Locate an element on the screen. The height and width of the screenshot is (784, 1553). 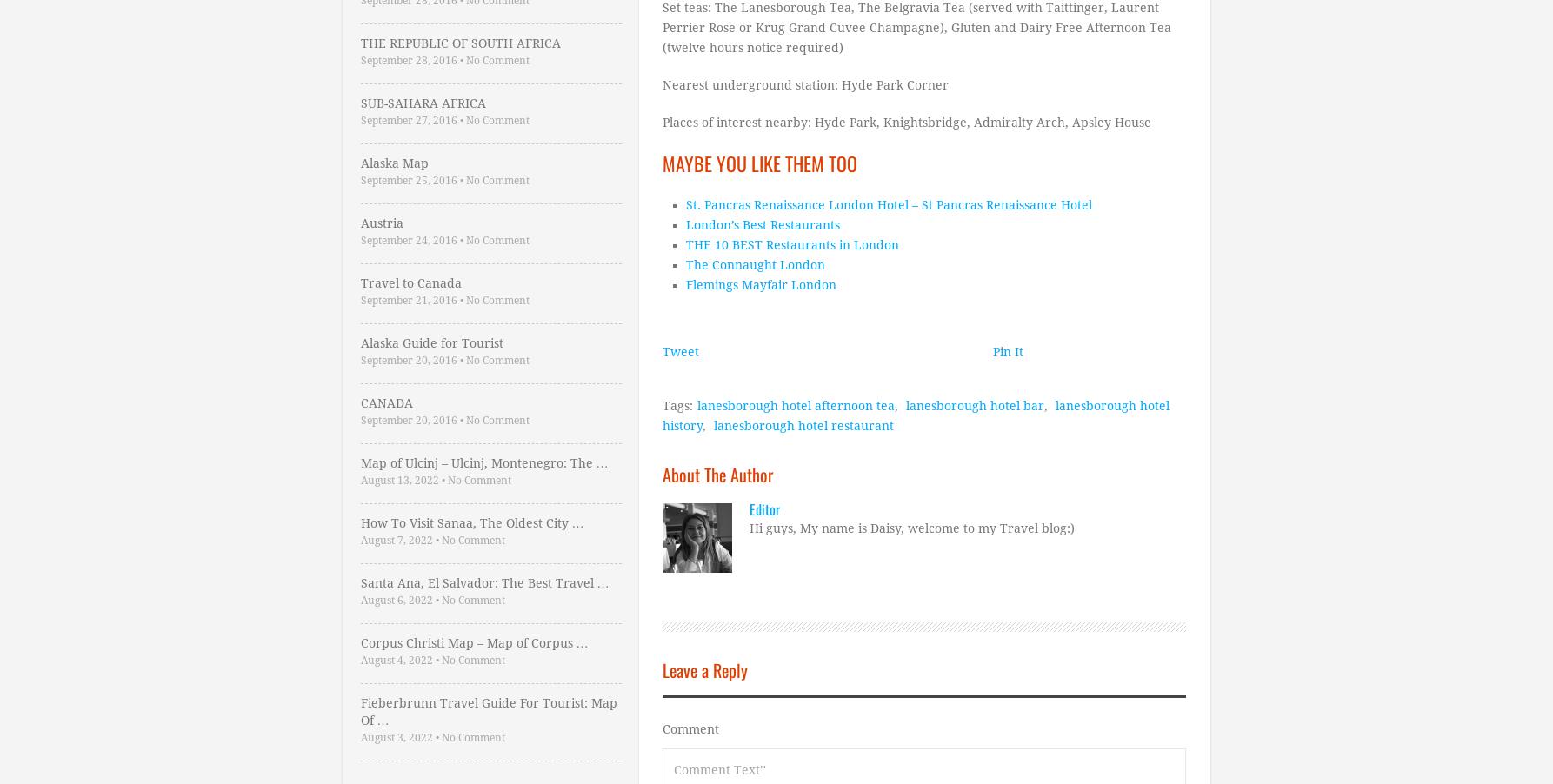
'September 28, 2016' is located at coordinates (407, 59).